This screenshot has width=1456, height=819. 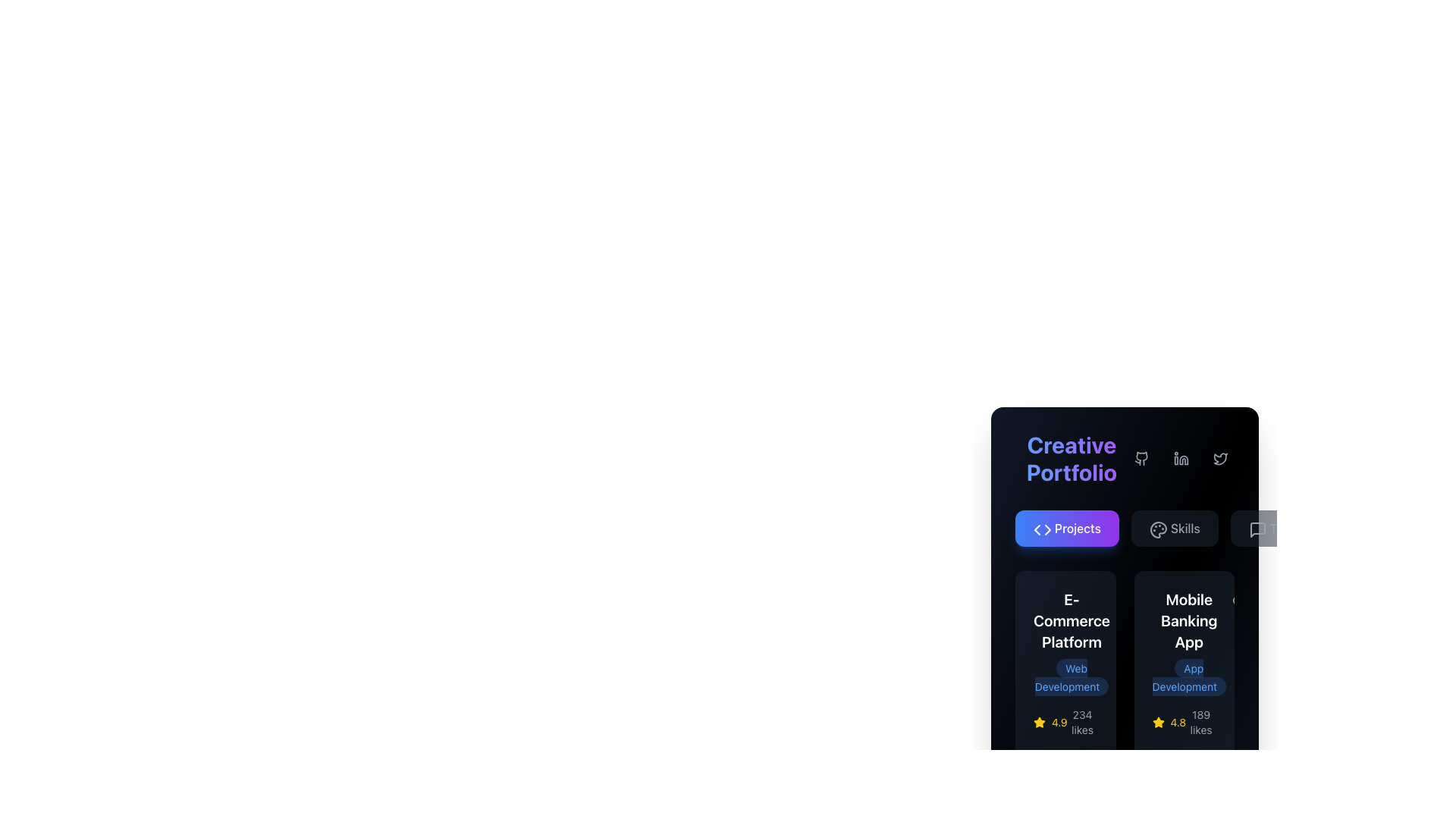 I want to click on the yellow star-shaped icon that represents a rating of '4.9' in the bottom-left region of the card for the E-Commerce Platform, so click(x=1039, y=721).